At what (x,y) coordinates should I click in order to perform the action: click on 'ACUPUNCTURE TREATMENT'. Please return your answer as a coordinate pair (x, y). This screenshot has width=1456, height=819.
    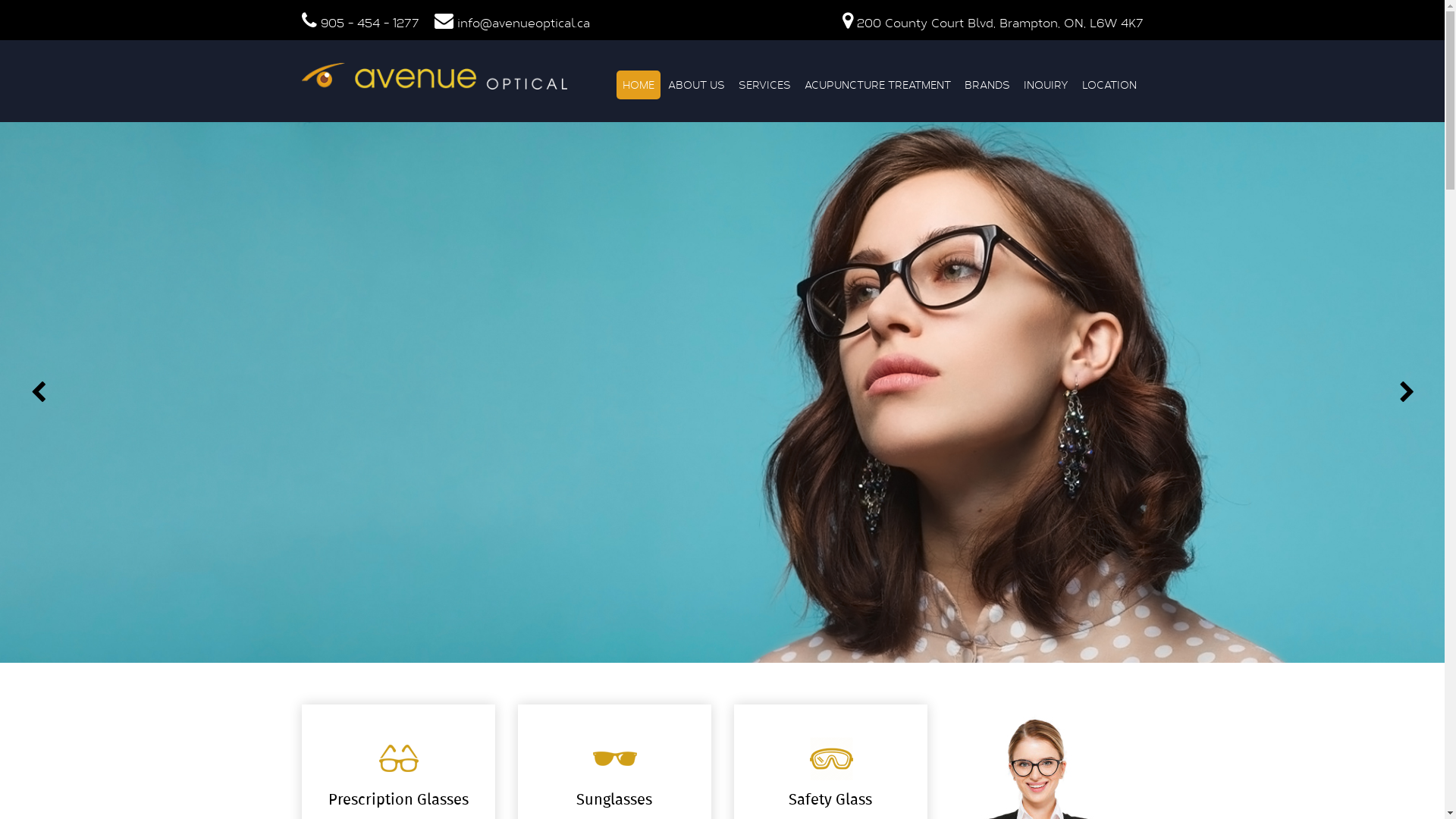
    Looking at the image, I should click on (877, 84).